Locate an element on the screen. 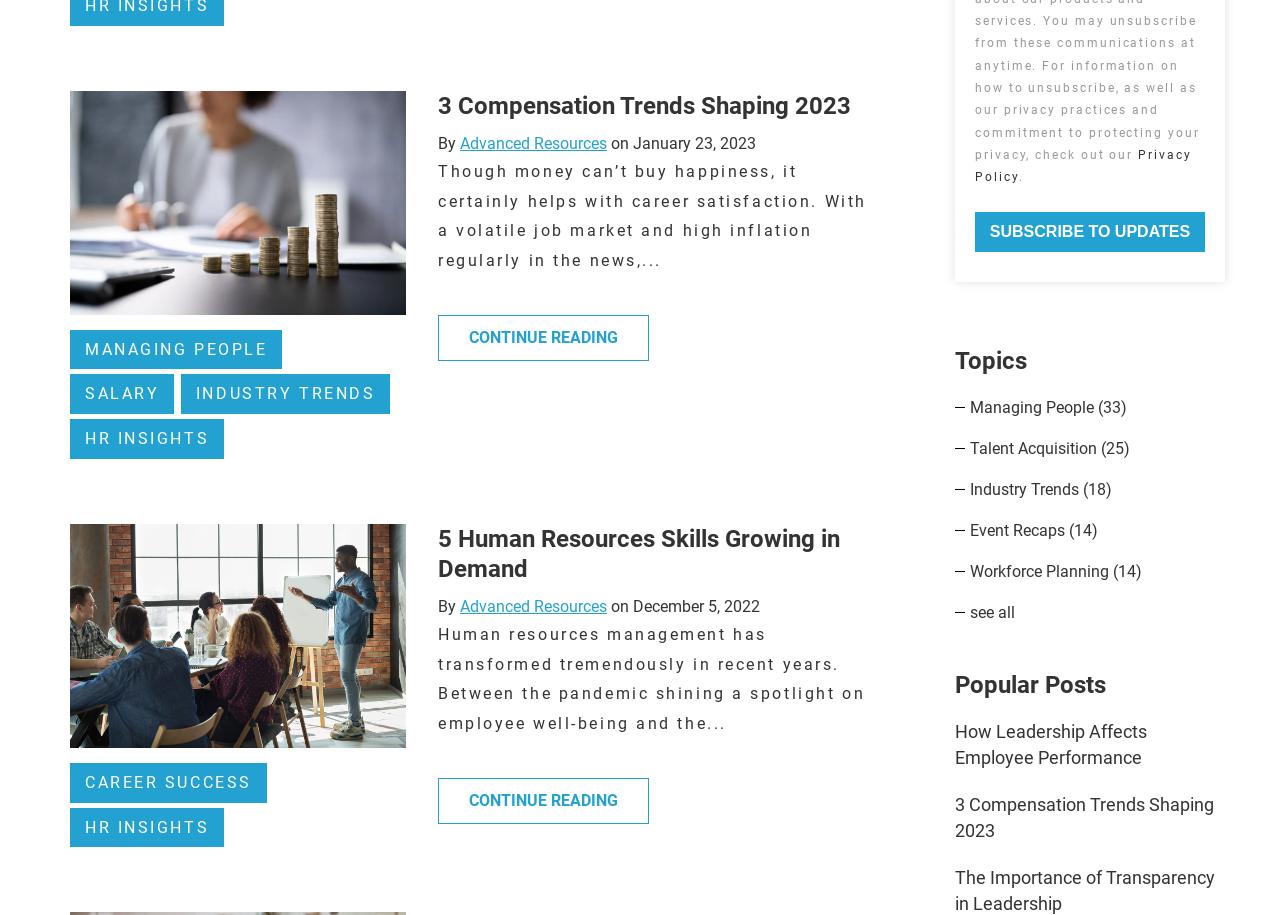 The height and width of the screenshot is (915, 1280). 'Privacy Policy' is located at coordinates (1081, 164).